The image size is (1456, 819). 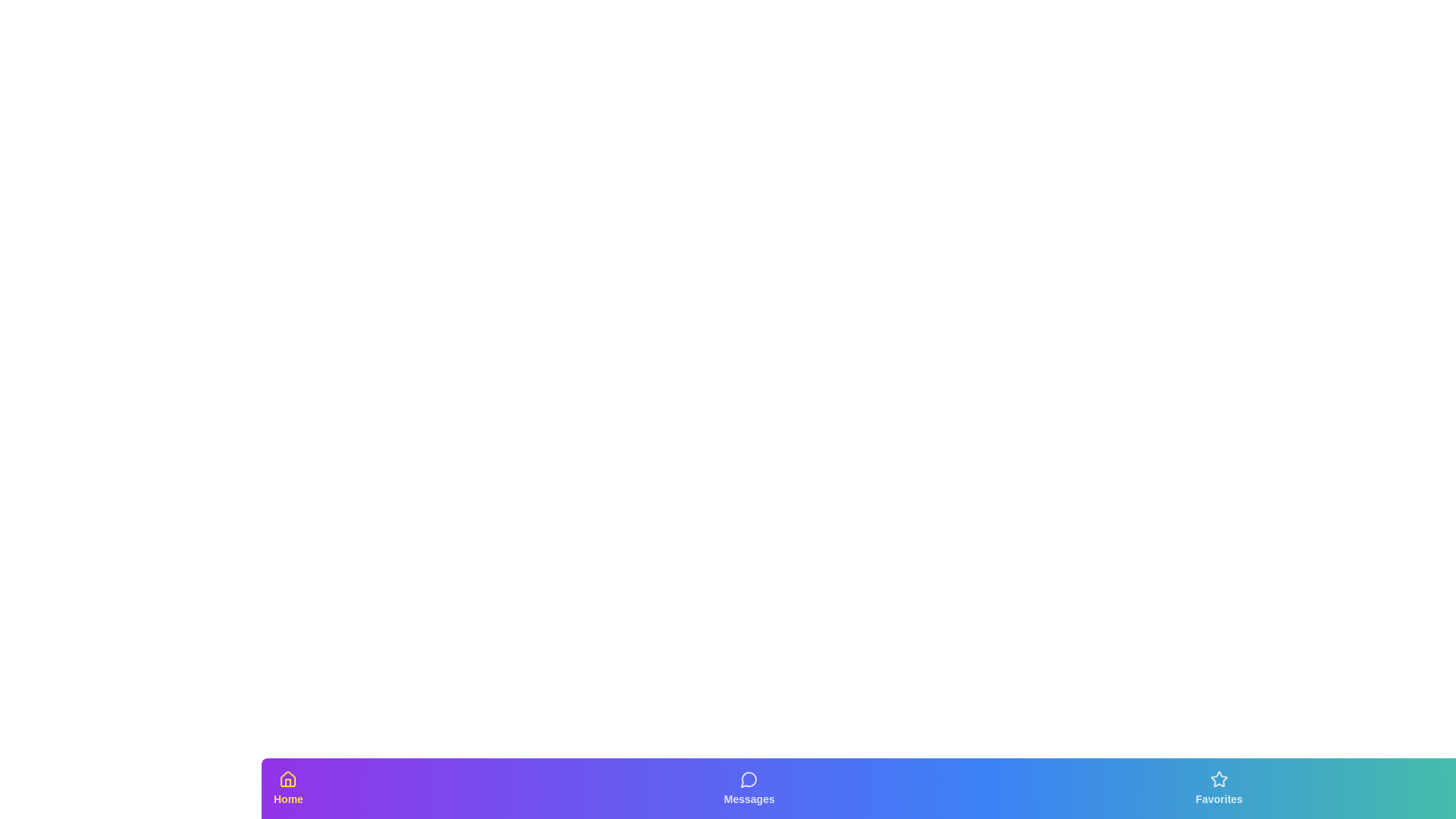 What do you see at coordinates (287, 788) in the screenshot?
I see `the Home tab in the bottom navigation bar` at bounding box center [287, 788].